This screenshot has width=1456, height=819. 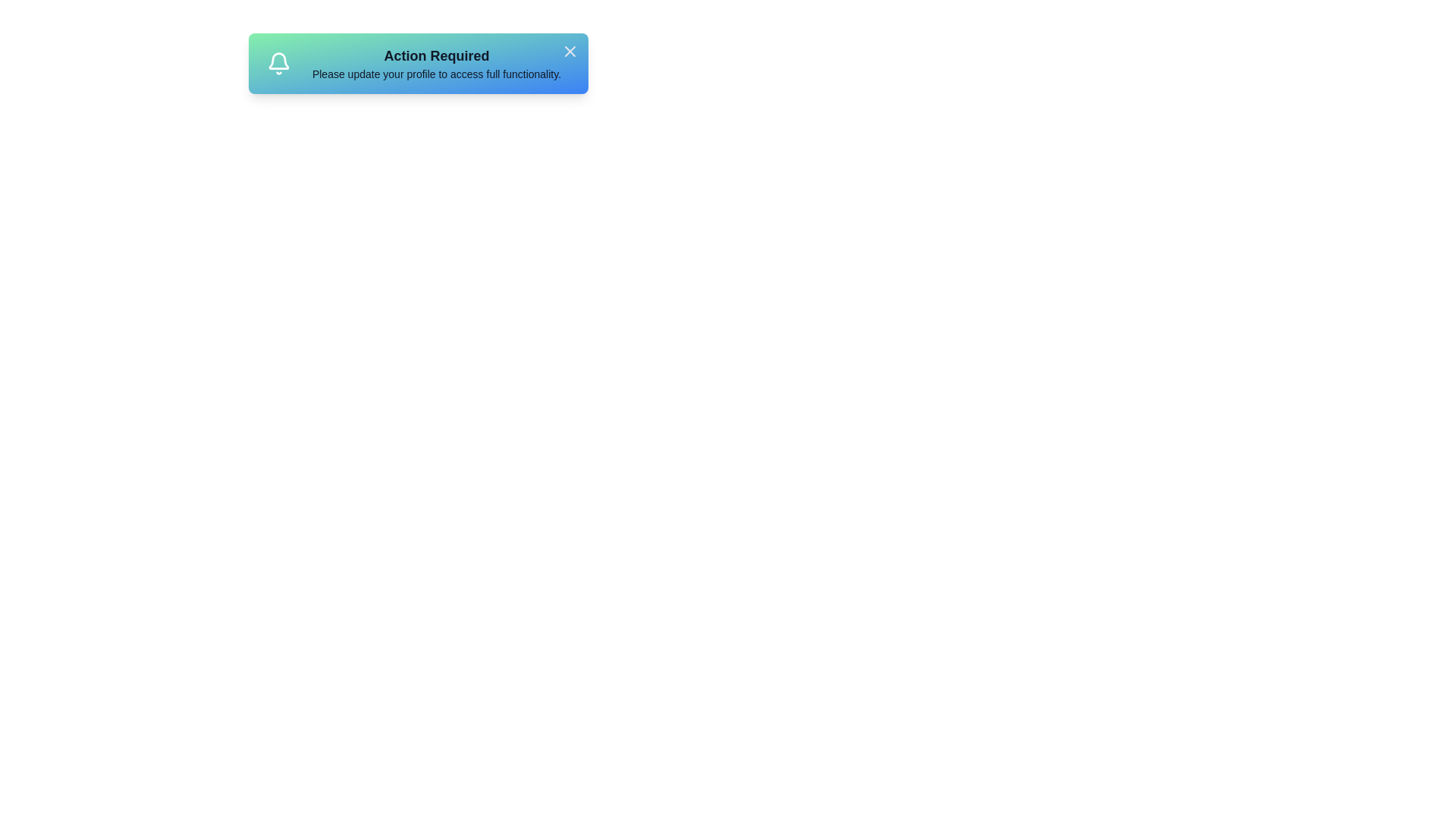 I want to click on the bell icon to trigger its functionality, so click(x=279, y=63).